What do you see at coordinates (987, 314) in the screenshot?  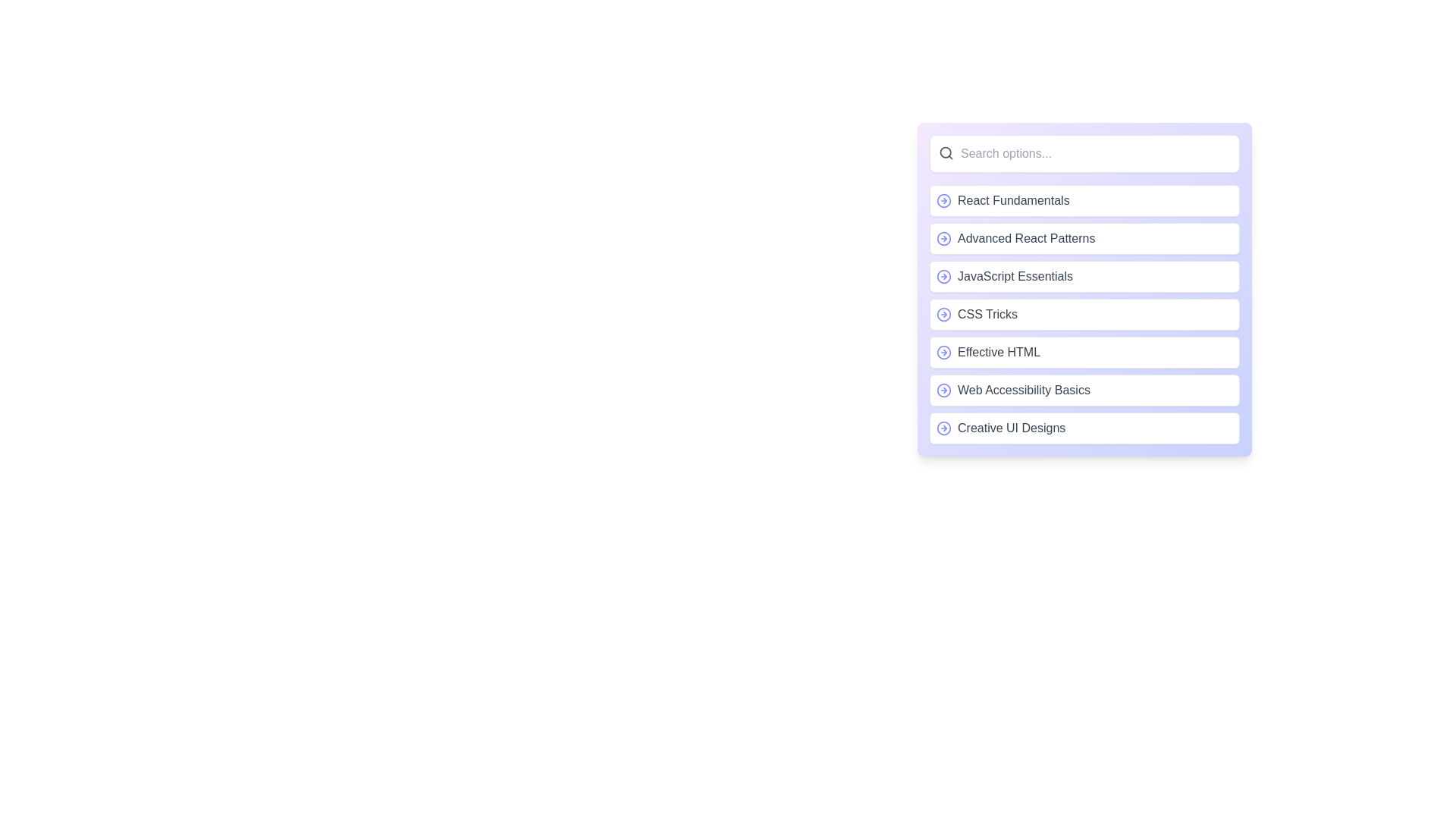 I see `the text label displaying 'CSS Tricks', which is styled in gray and is the fourth item in a list-like structure` at bounding box center [987, 314].